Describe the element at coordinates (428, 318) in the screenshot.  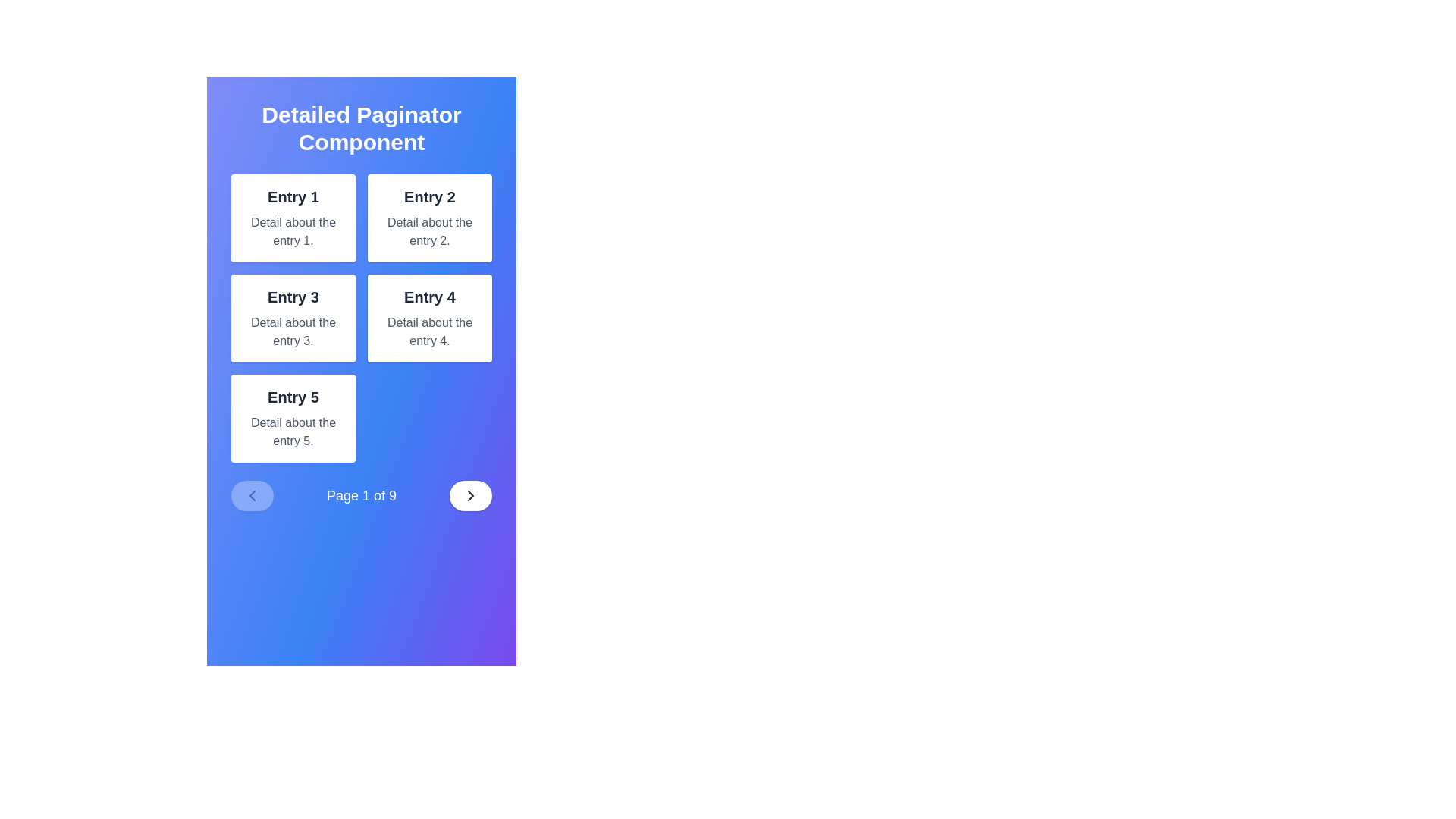
I see `the Information card labeled 'Entry 4', which features a white background, rounded corners, and contains the title 'Entry 4' in dark gray at the top and a smaller text 'Detail about the entry 4.'` at that location.